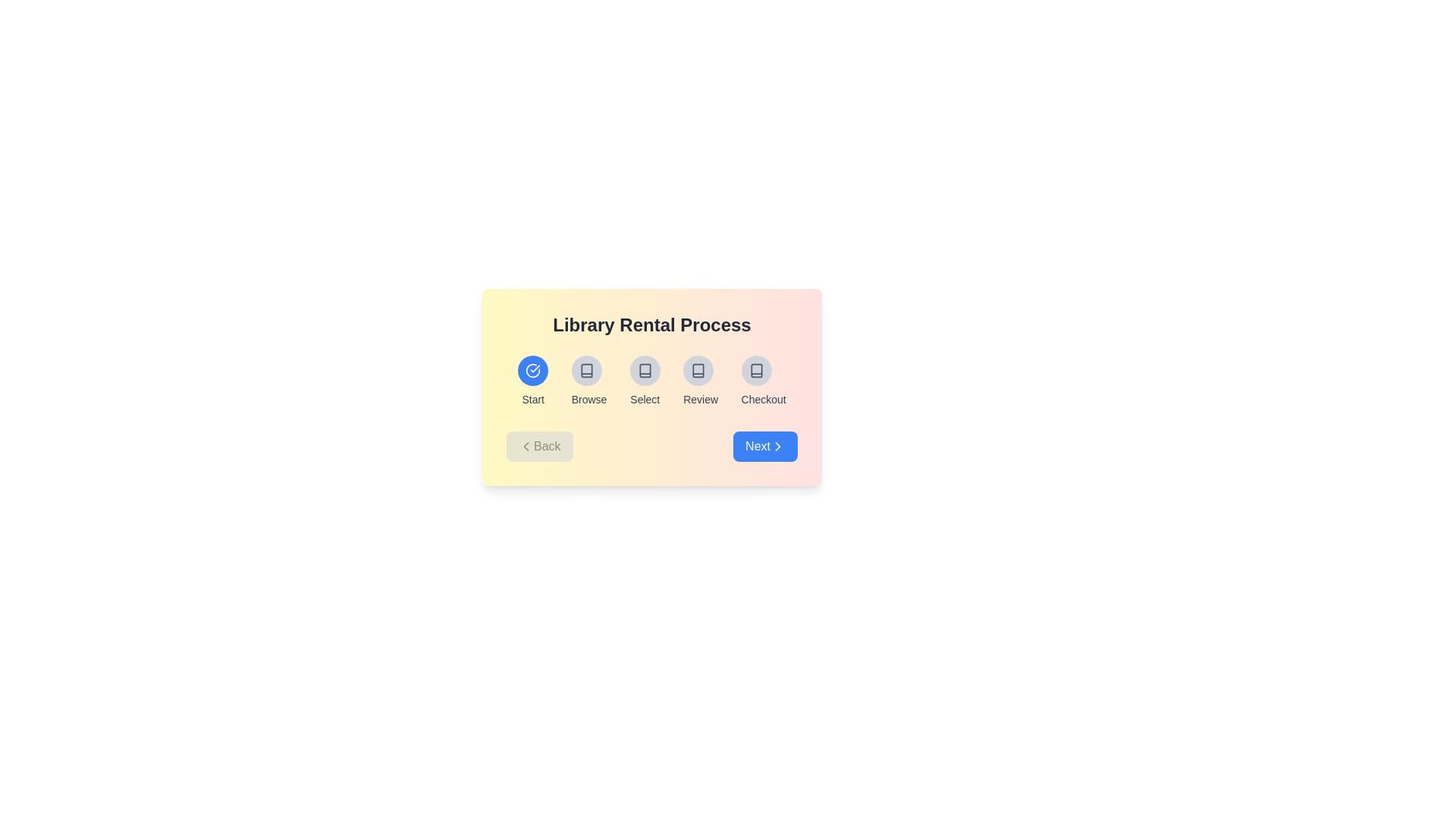 The height and width of the screenshot is (819, 1456). What do you see at coordinates (645, 371) in the screenshot?
I see `the icon representing the Select stage` at bounding box center [645, 371].